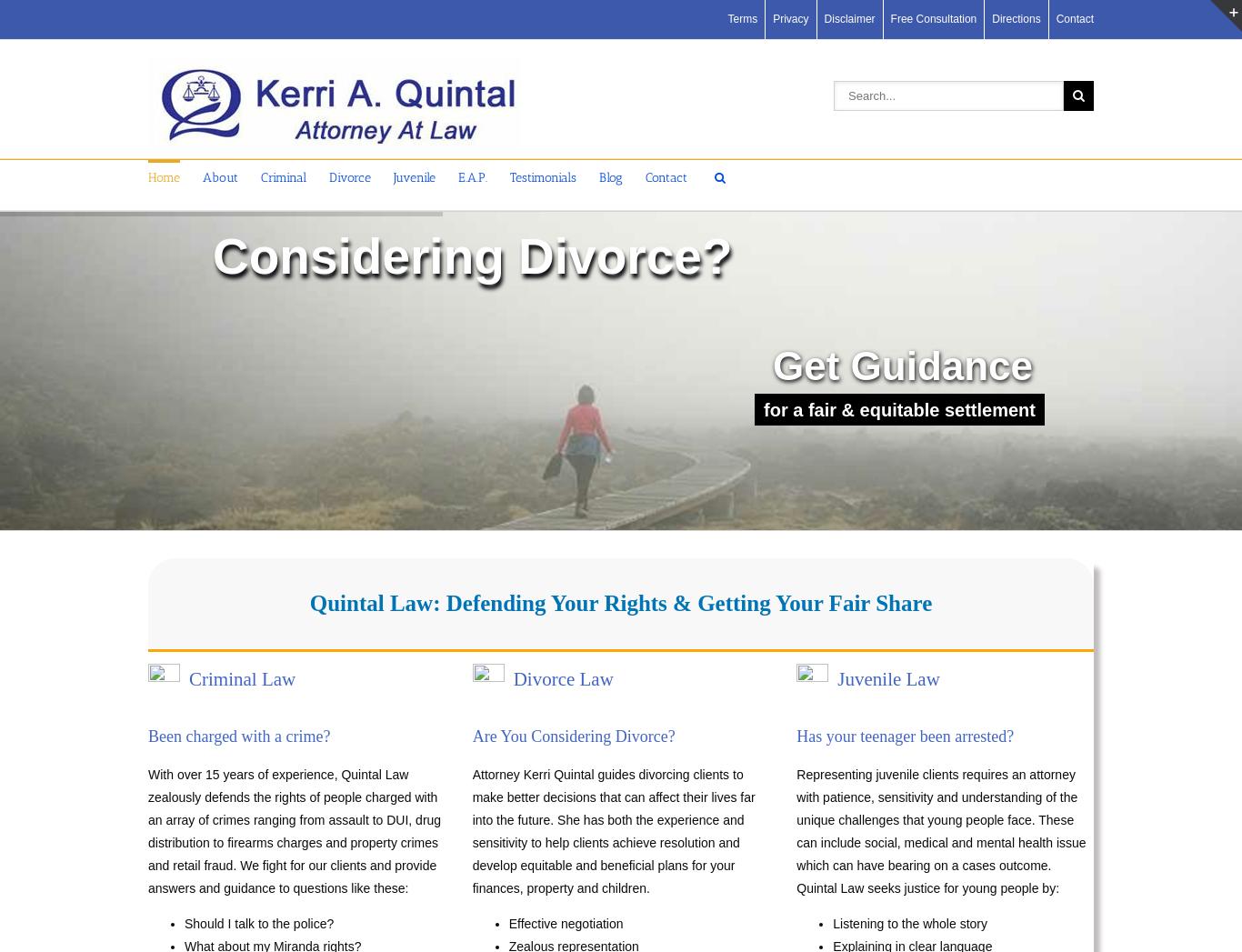  I want to click on 'Criminal Law', so click(242, 679).